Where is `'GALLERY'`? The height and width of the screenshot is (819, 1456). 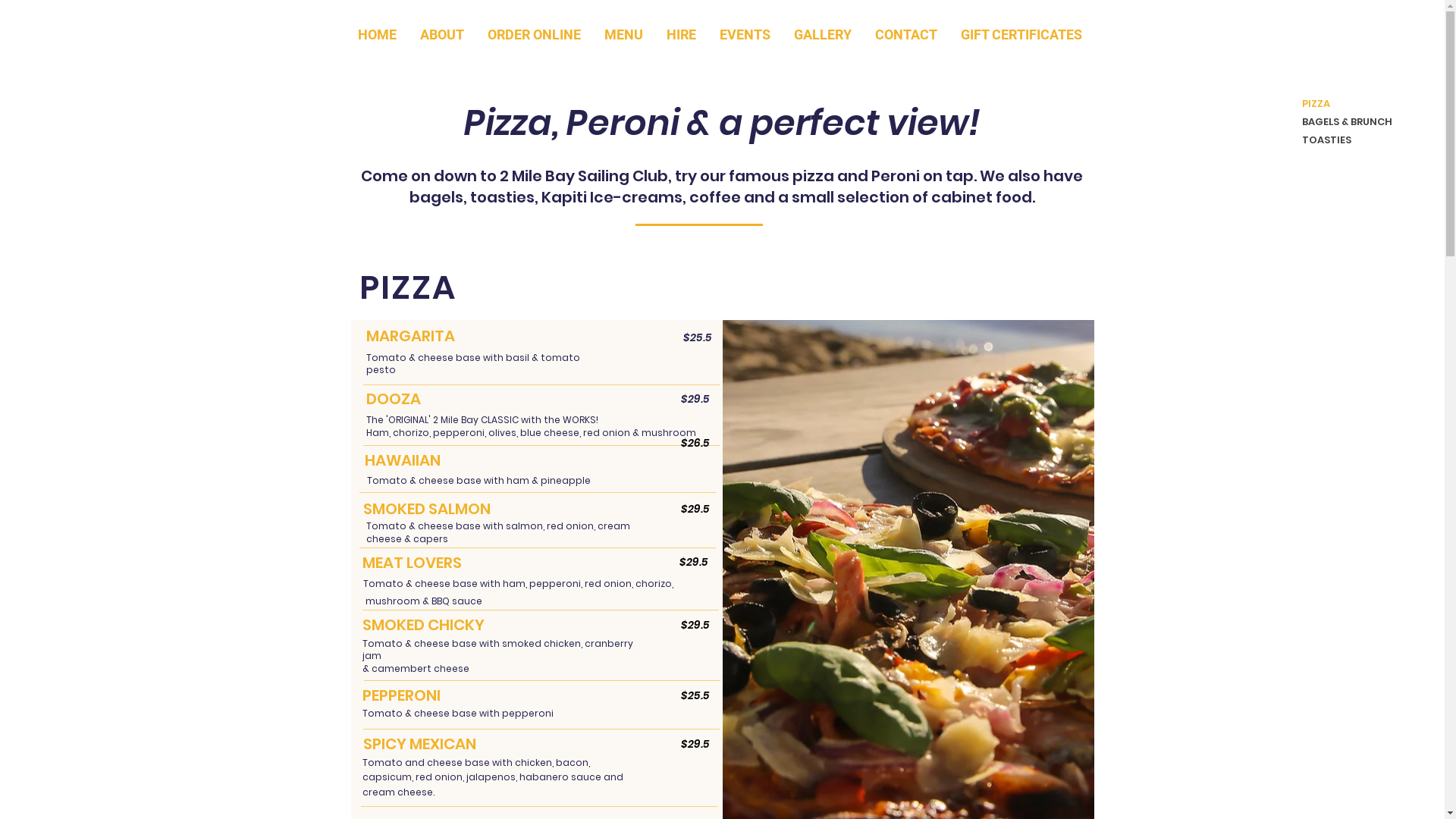
'GALLERY' is located at coordinates (822, 34).